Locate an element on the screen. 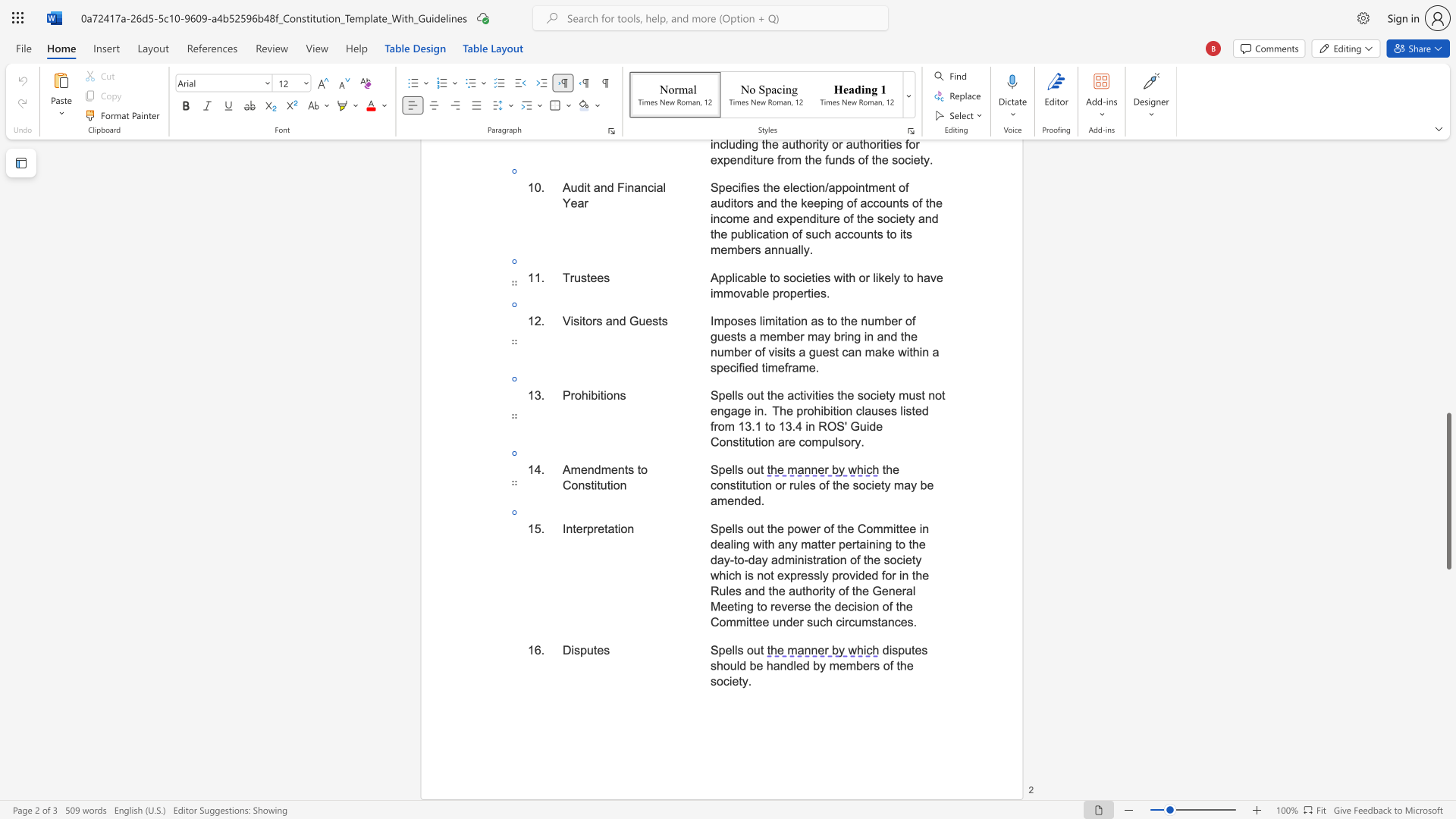  the 1th character "o" in the text is located at coordinates (623, 528).